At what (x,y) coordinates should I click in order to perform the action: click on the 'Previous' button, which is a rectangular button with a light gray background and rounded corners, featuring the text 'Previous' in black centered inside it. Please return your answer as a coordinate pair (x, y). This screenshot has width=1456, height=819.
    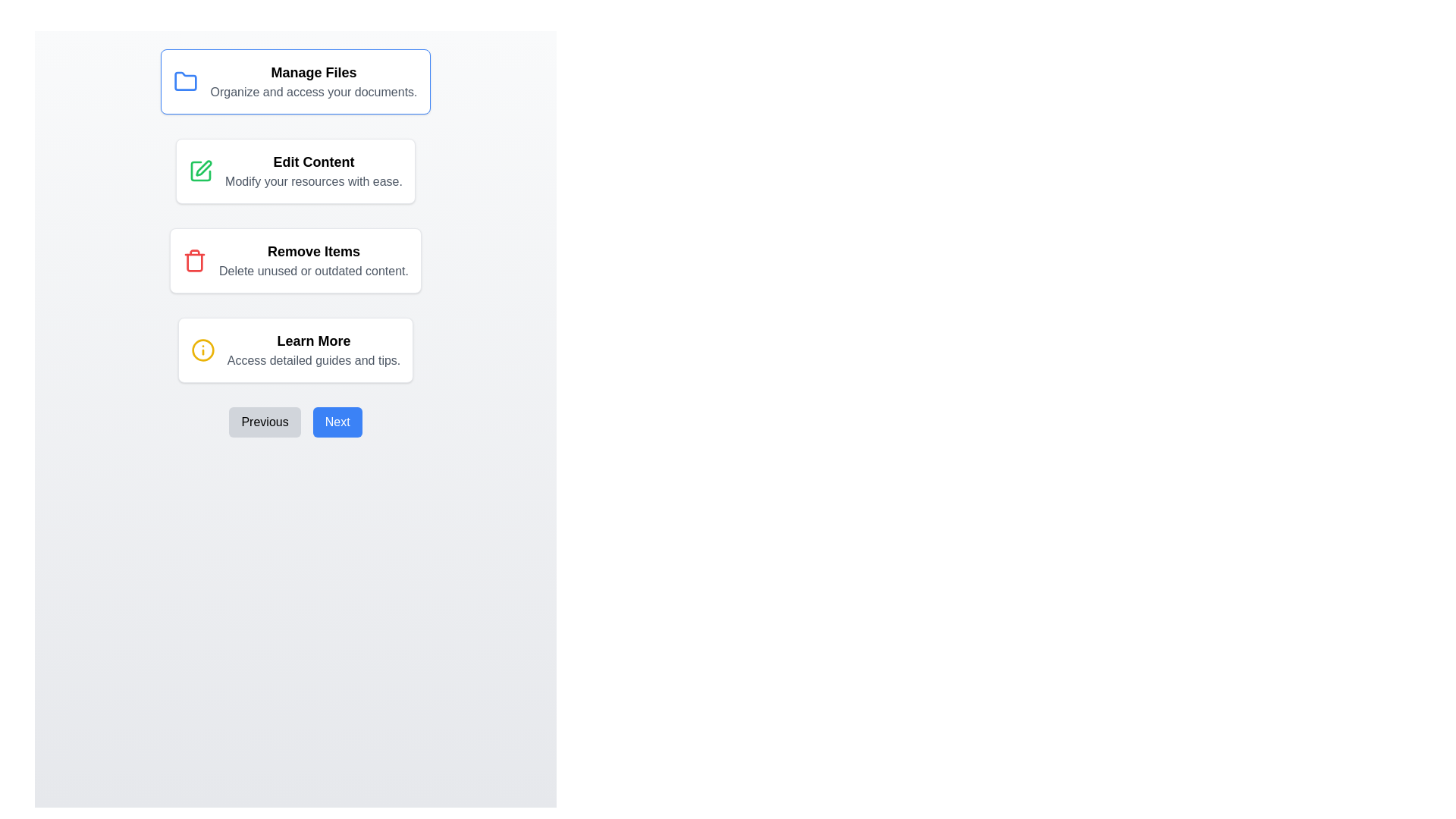
    Looking at the image, I should click on (265, 422).